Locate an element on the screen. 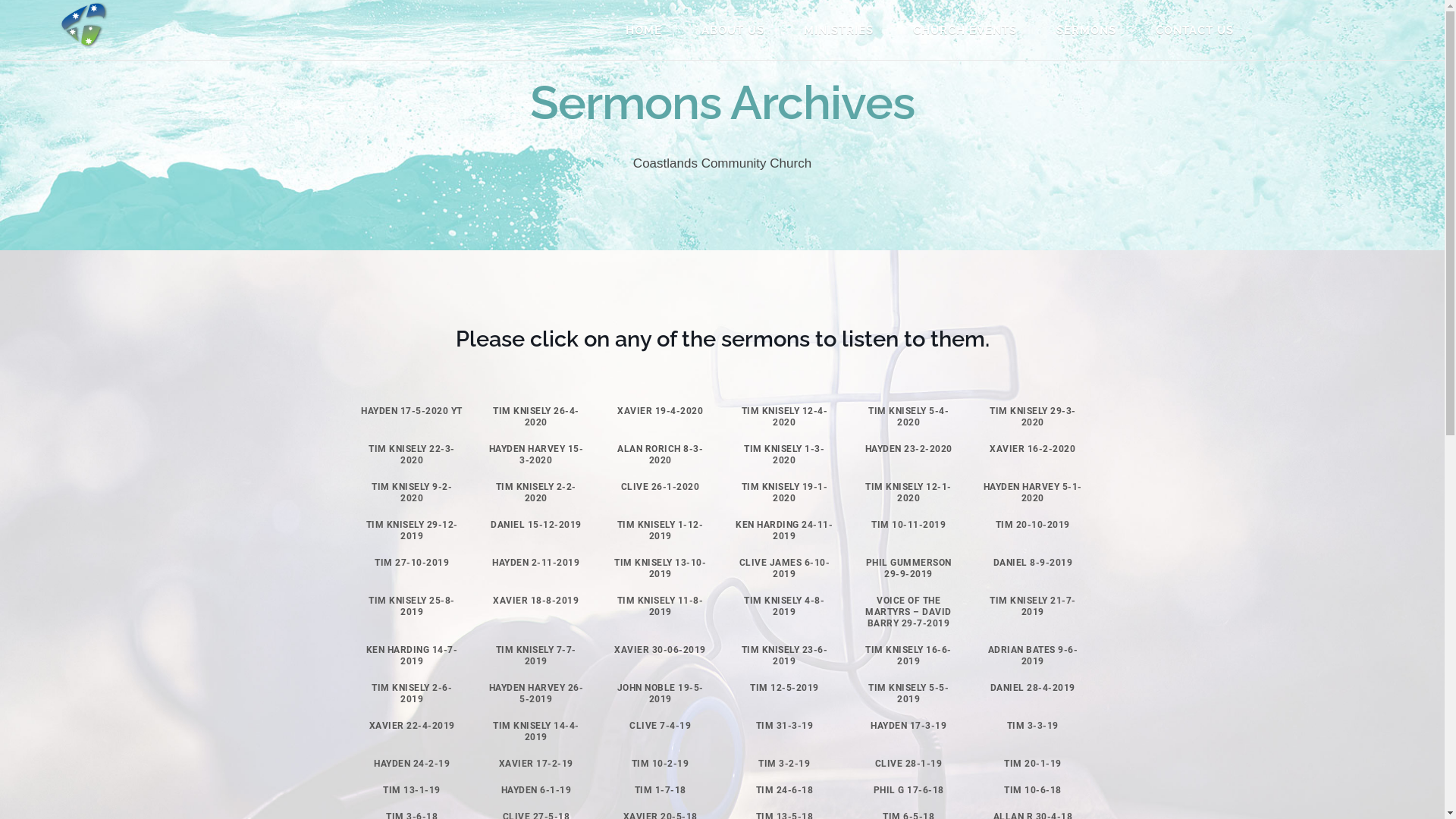  'TIM 31-3-19' is located at coordinates (785, 724).